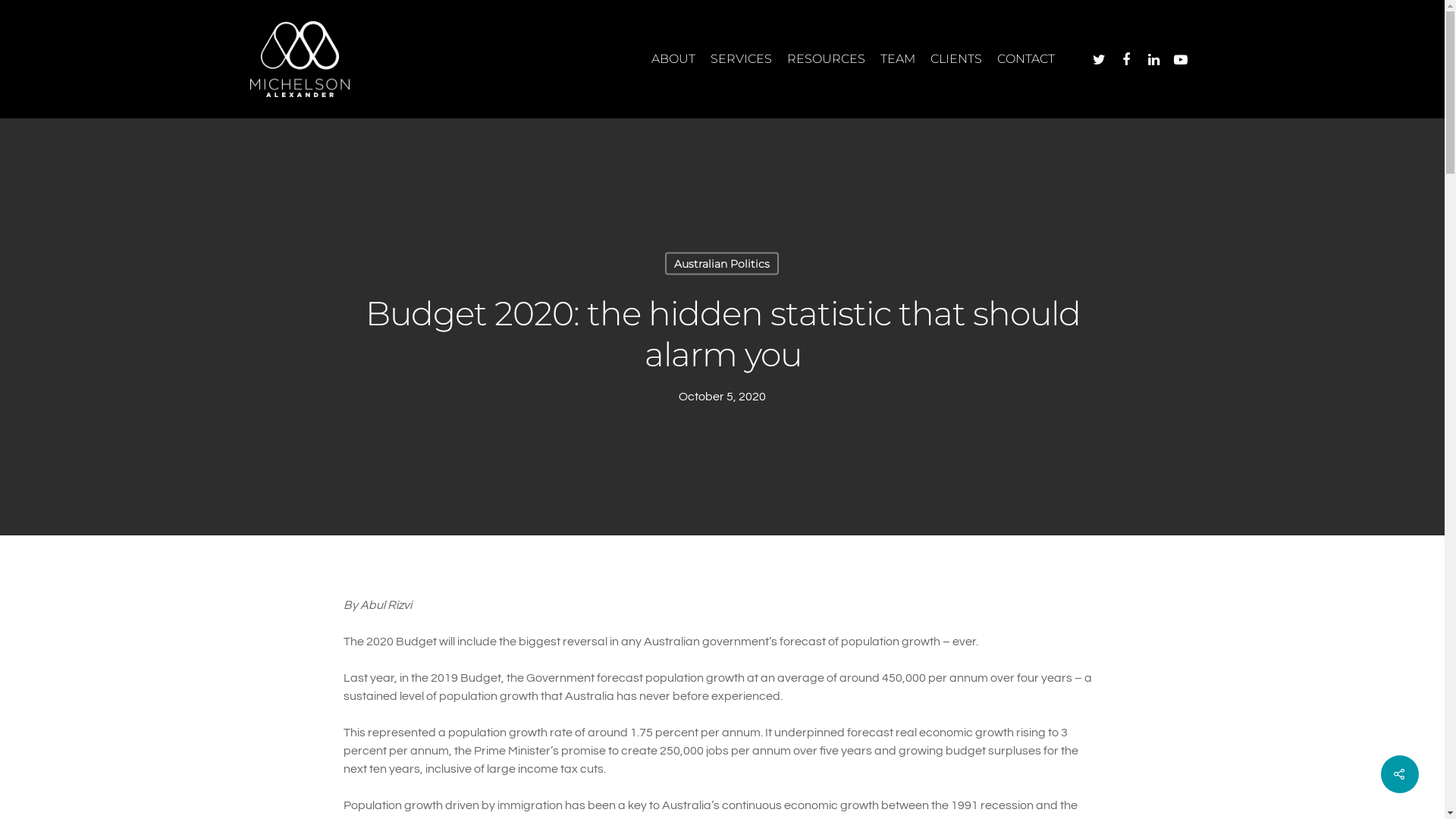 Image resolution: width=1456 pixels, height=819 pixels. I want to click on 'ABOUT', so click(673, 58).